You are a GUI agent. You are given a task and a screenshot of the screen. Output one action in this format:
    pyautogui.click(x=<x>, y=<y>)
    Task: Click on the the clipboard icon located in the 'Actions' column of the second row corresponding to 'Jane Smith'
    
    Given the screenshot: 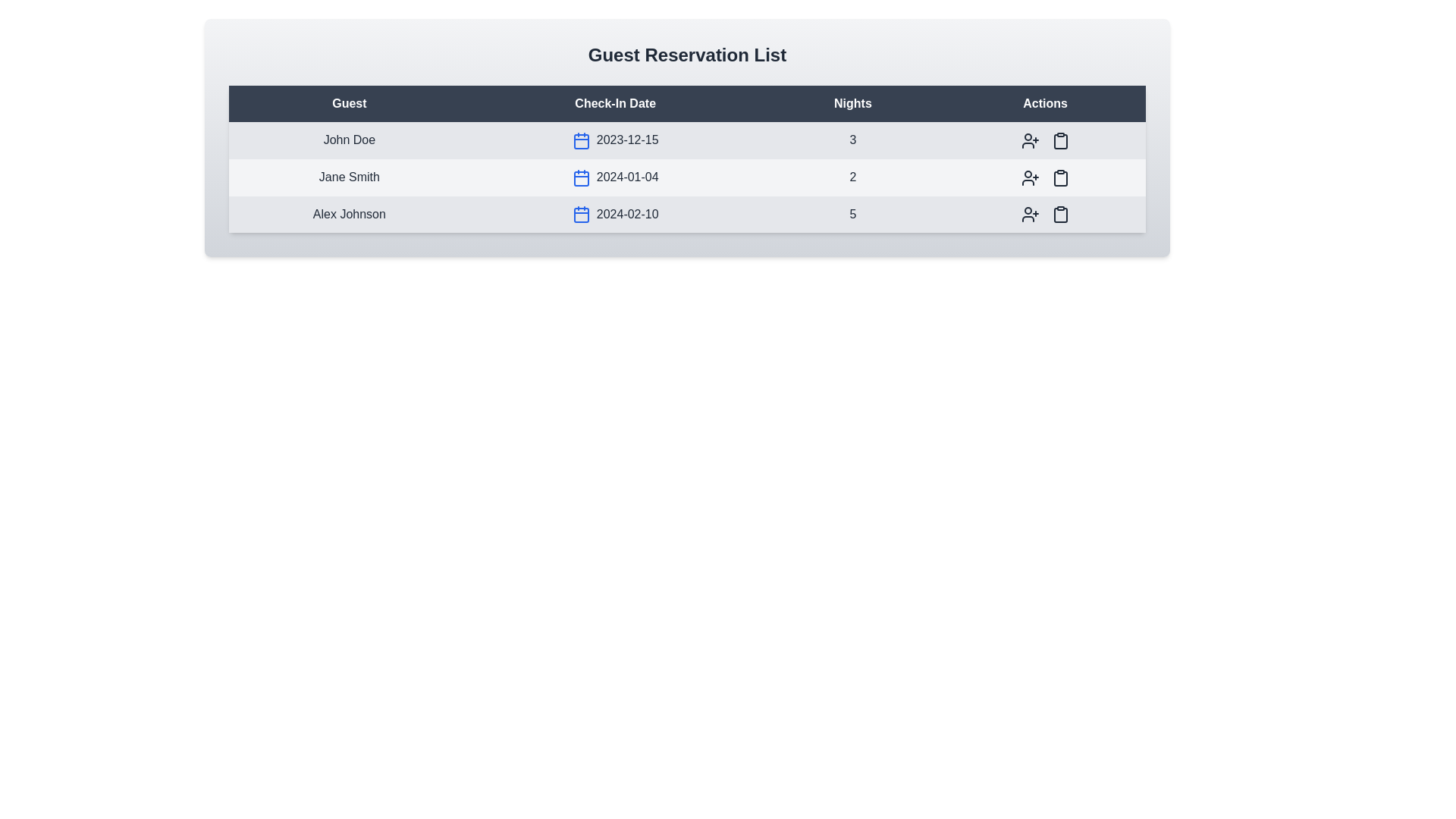 What is the action you would take?
    pyautogui.click(x=1059, y=177)
    